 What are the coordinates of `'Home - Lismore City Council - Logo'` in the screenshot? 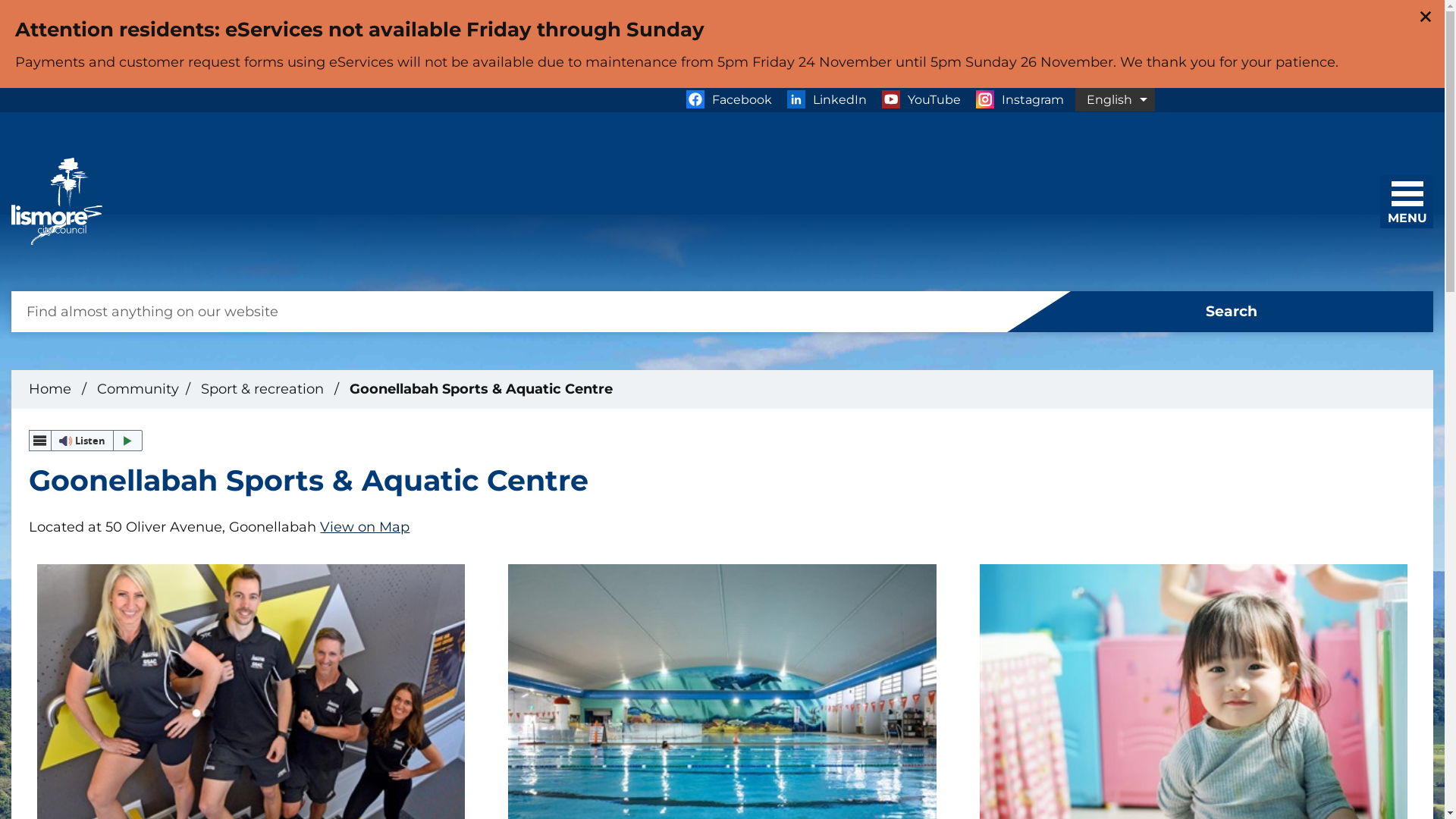 It's located at (57, 201).